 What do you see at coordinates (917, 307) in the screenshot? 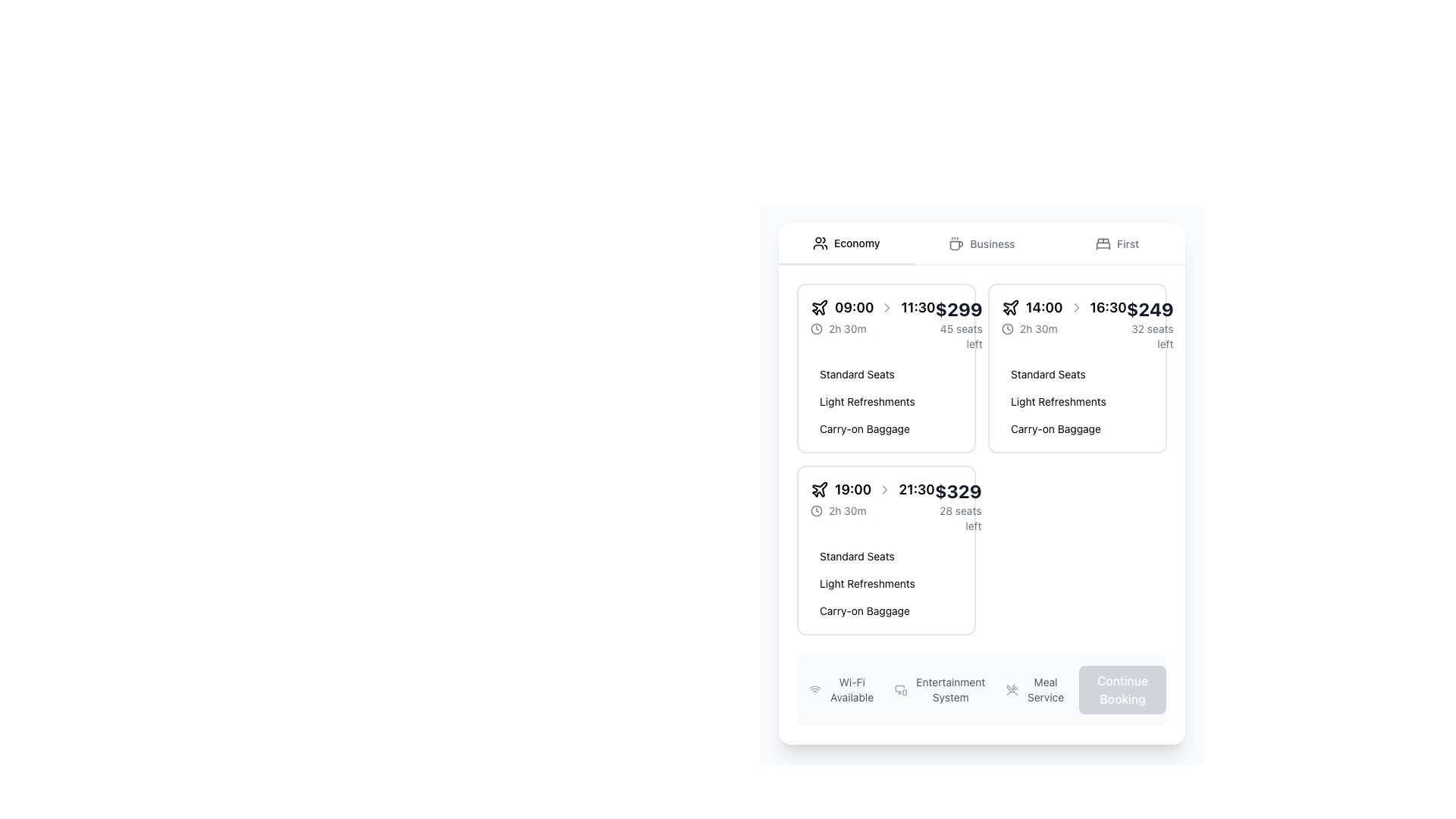
I see `the text element displaying the time '11:30' in black font on a white background, which is part of a flight information card and located to the right of the '09:00' time element` at bounding box center [917, 307].